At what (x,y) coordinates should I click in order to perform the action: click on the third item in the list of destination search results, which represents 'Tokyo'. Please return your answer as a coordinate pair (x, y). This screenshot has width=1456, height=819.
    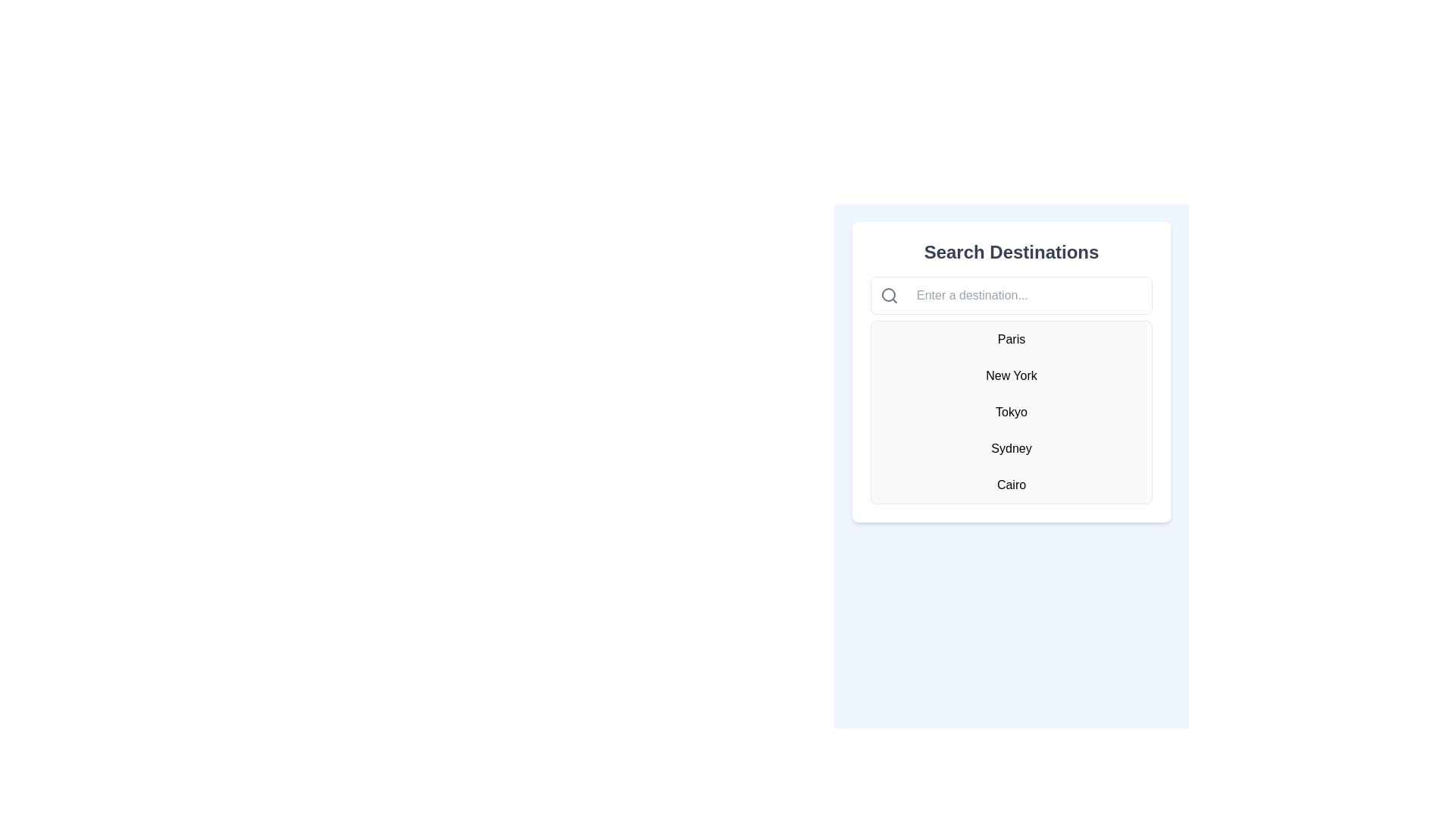
    Looking at the image, I should click on (1012, 412).